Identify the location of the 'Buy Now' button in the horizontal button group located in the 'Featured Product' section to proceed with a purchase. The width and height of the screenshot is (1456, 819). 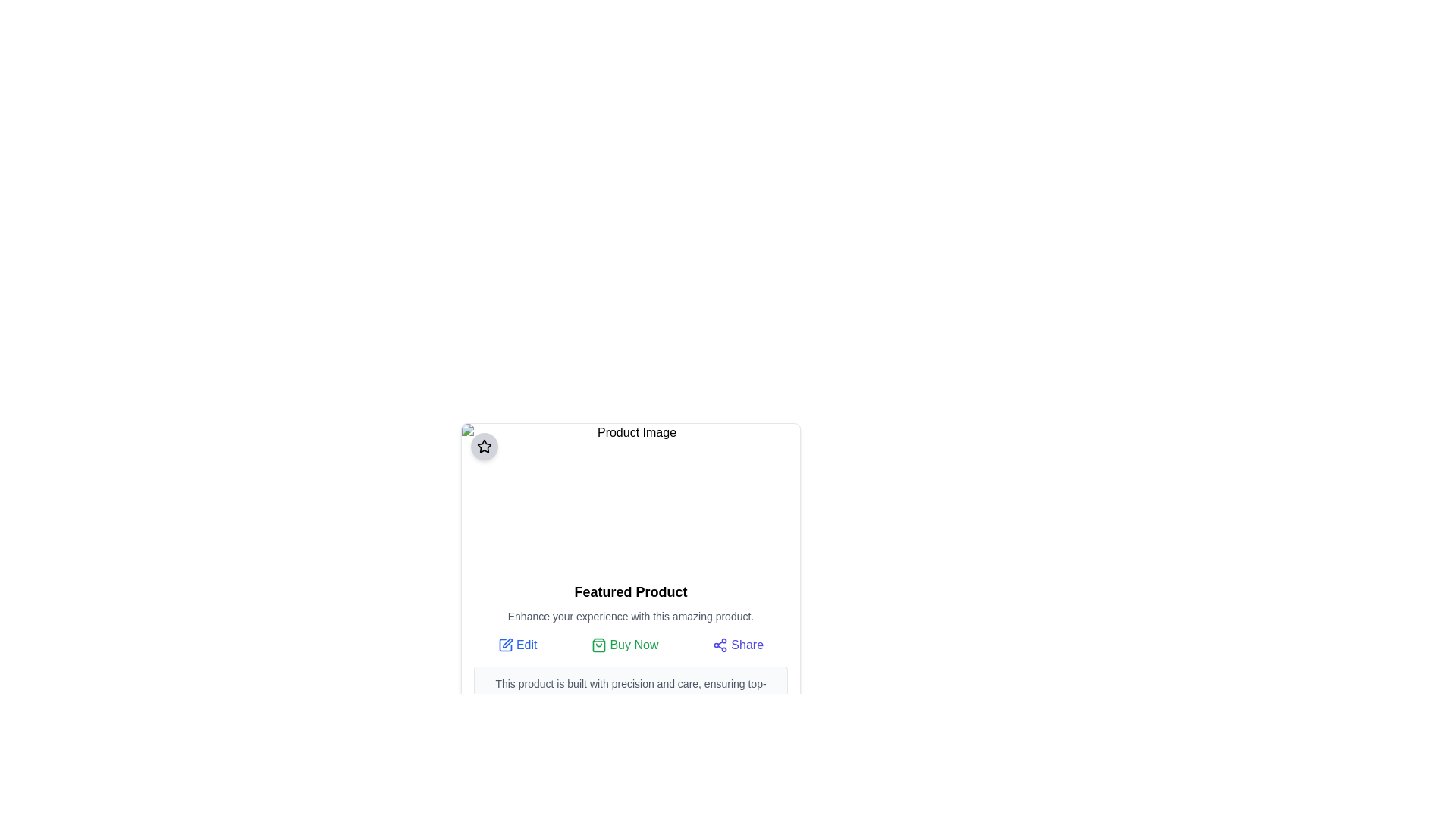
(630, 645).